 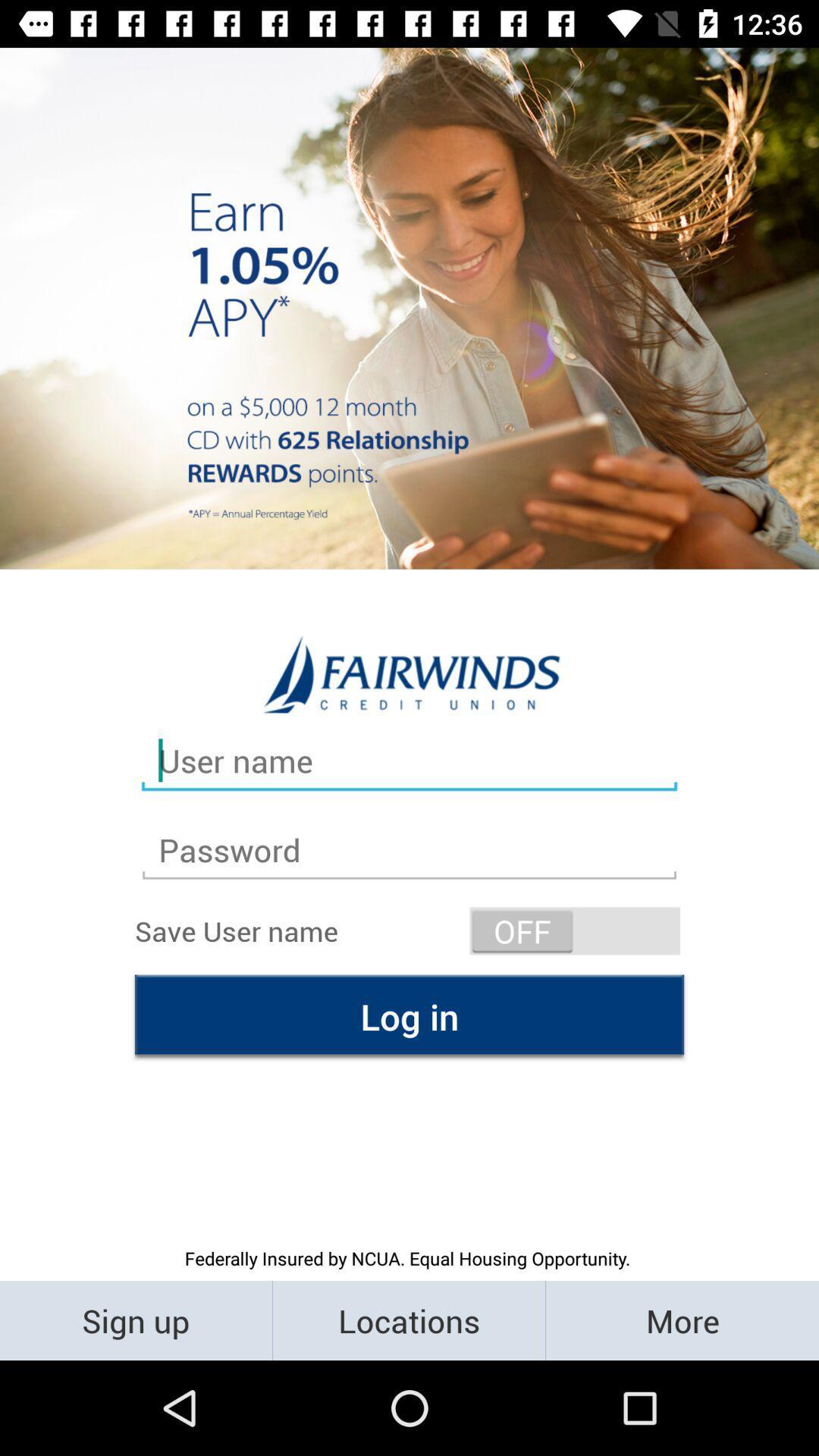 I want to click on the icon next to the save user name item, so click(x=575, y=930).